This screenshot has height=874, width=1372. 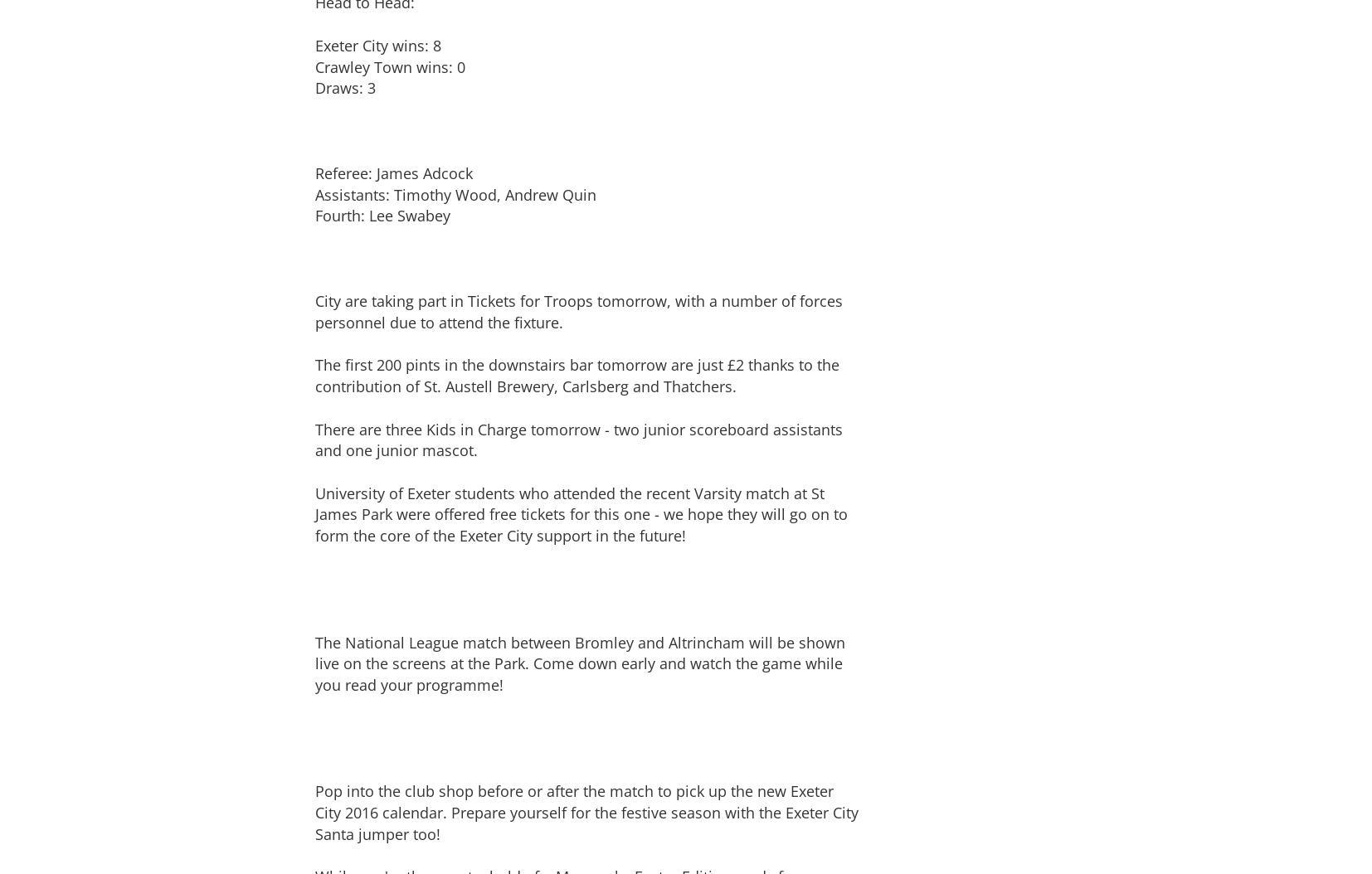 What do you see at coordinates (578, 439) in the screenshot?
I see `'There are three Kids in Charge tomorrow - two junior scoreboard assistants and one junior mascot.'` at bounding box center [578, 439].